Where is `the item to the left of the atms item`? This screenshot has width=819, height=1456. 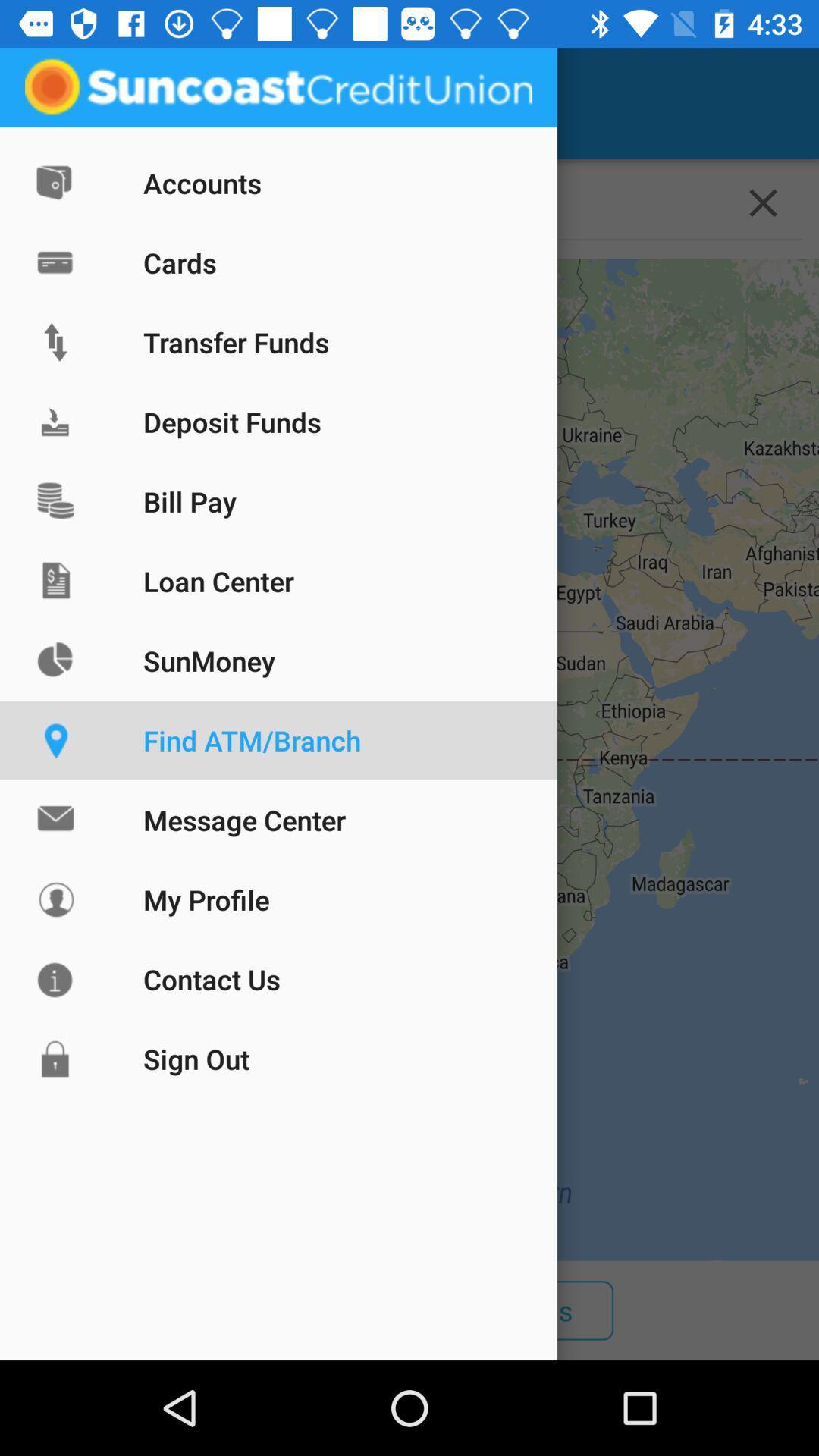 the item to the left of the atms item is located at coordinates (118, 1310).